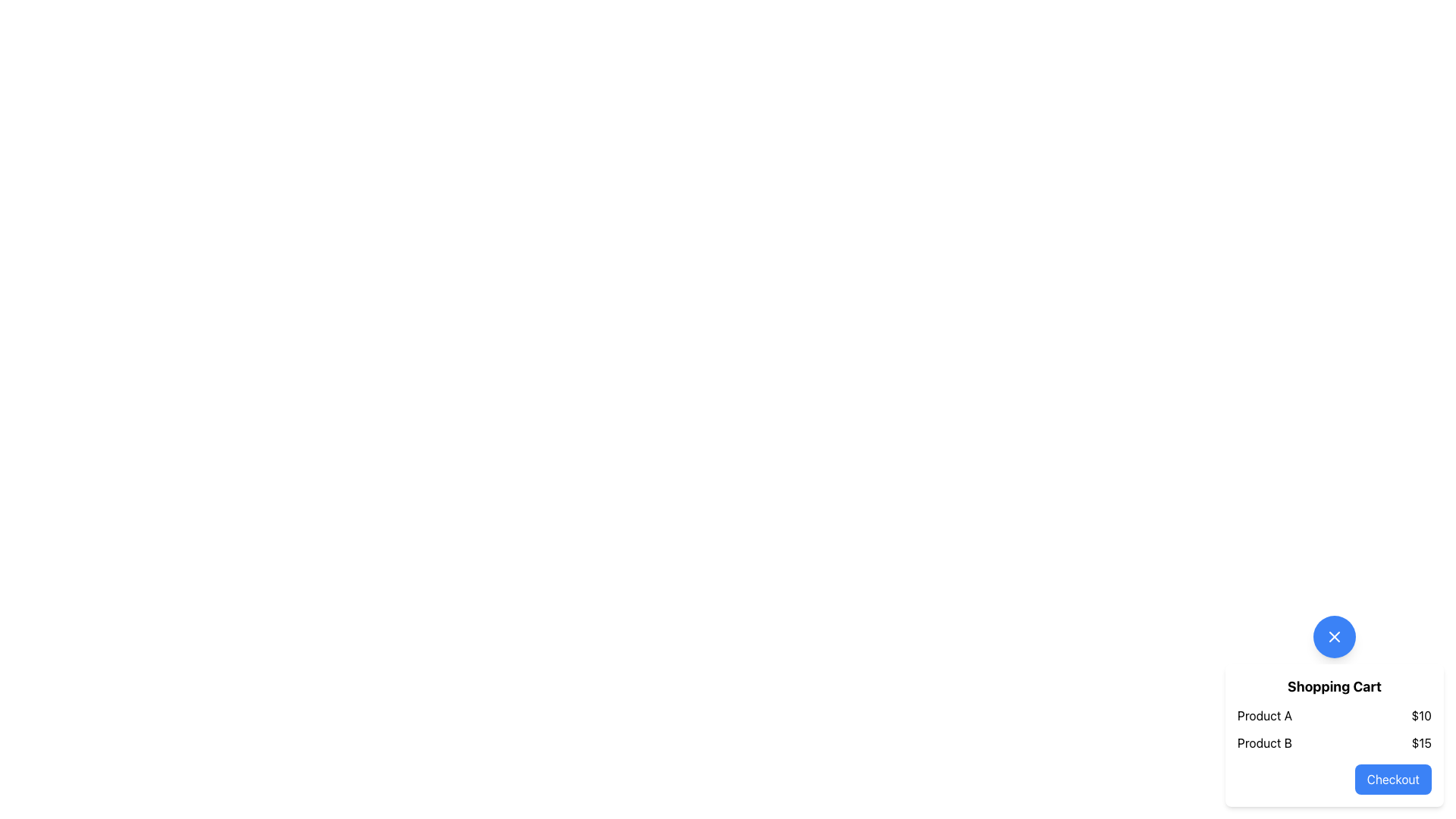  I want to click on the 'X' icon button, which is a white icon inside a circular blue background located at the top-center of a card-like UI component, so click(1335, 637).